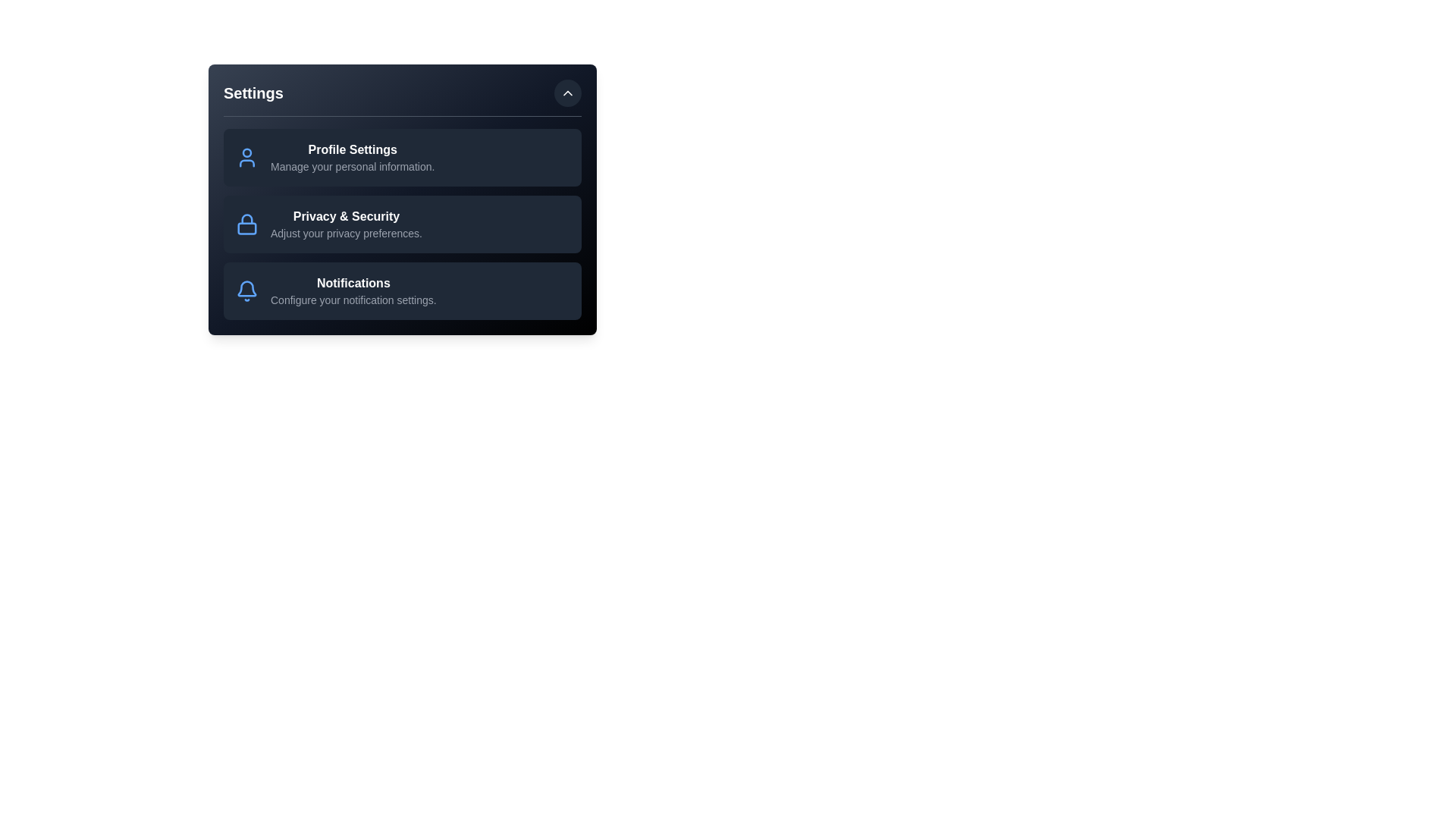  What do you see at coordinates (247, 291) in the screenshot?
I see `the icon corresponding to Notifications to interact with it` at bounding box center [247, 291].